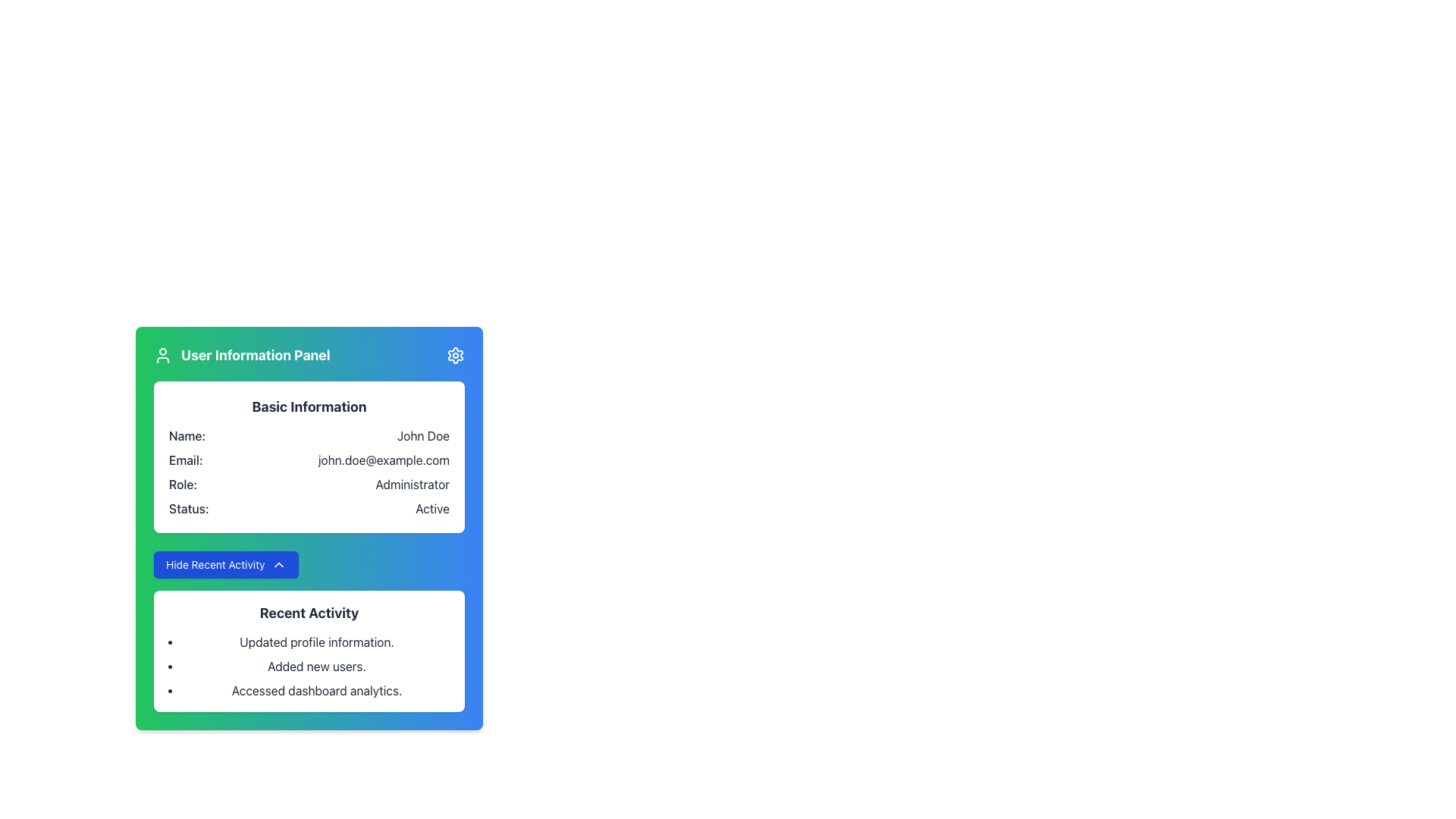 The height and width of the screenshot is (819, 1456). What do you see at coordinates (384, 459) in the screenshot?
I see `the email address text display 'john.doe@example.com' located next to the label 'Email:' in the user information panel` at bounding box center [384, 459].